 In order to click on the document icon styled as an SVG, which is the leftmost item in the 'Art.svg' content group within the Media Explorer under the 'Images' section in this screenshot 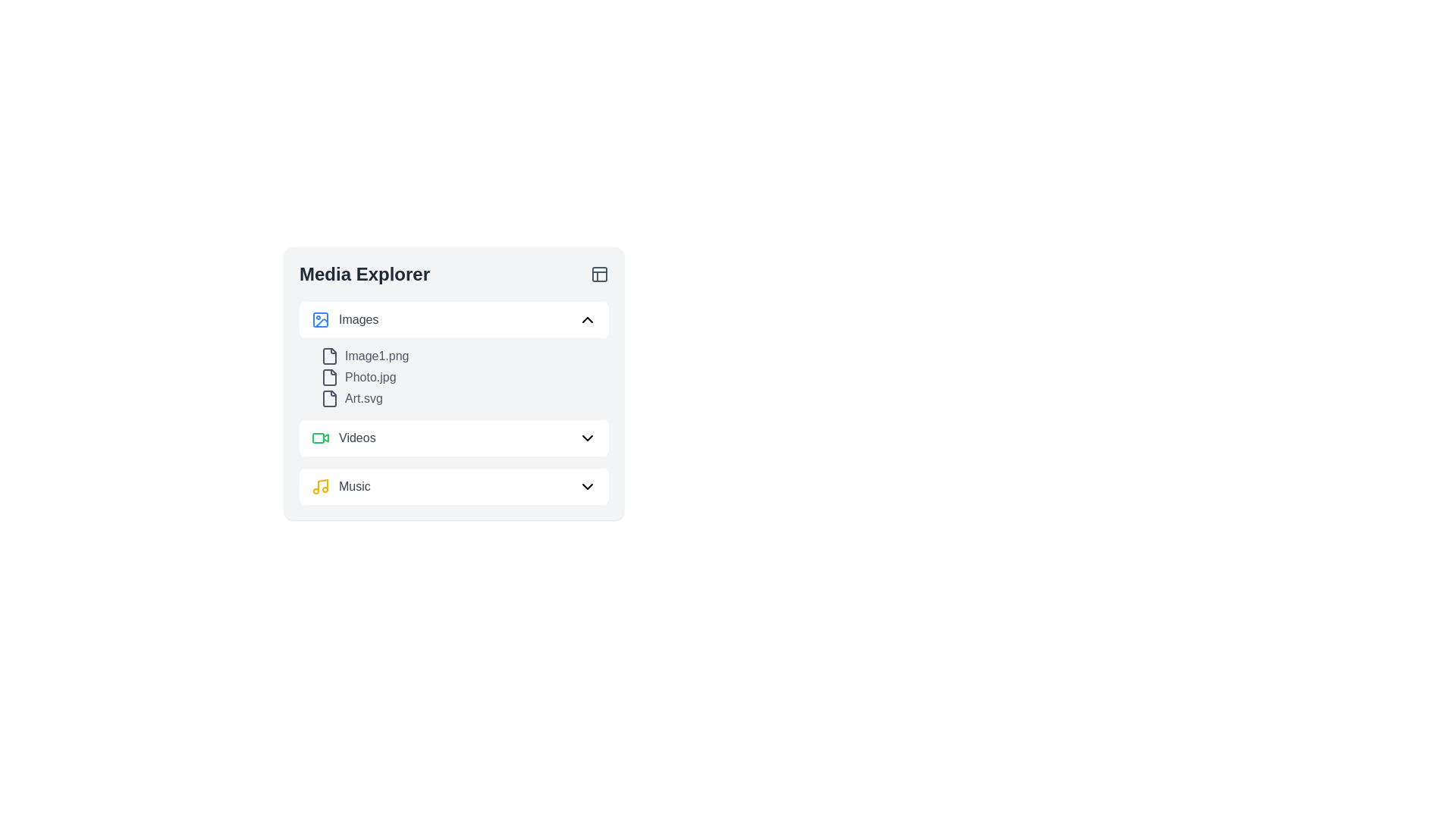, I will do `click(329, 397)`.